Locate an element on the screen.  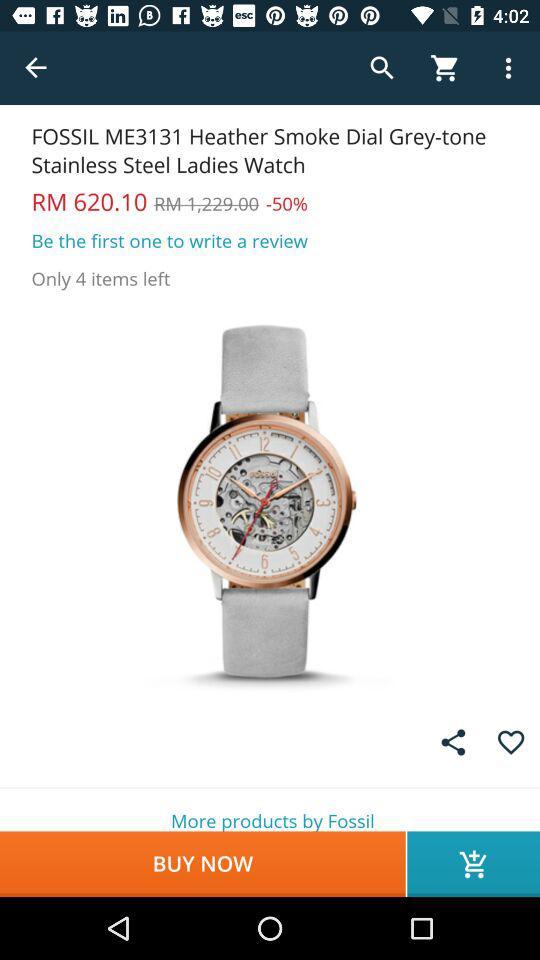
to favorites is located at coordinates (511, 741).